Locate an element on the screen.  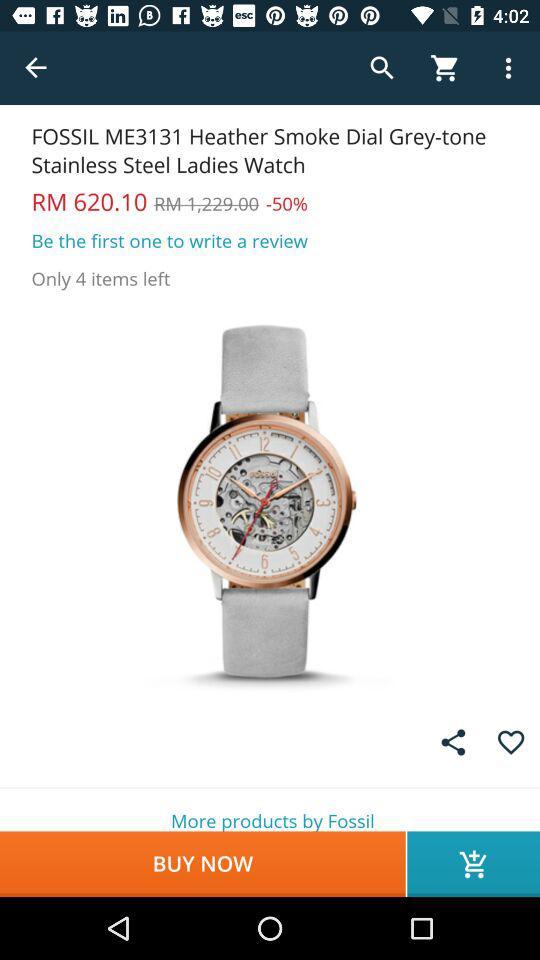
to favorites is located at coordinates (511, 741).